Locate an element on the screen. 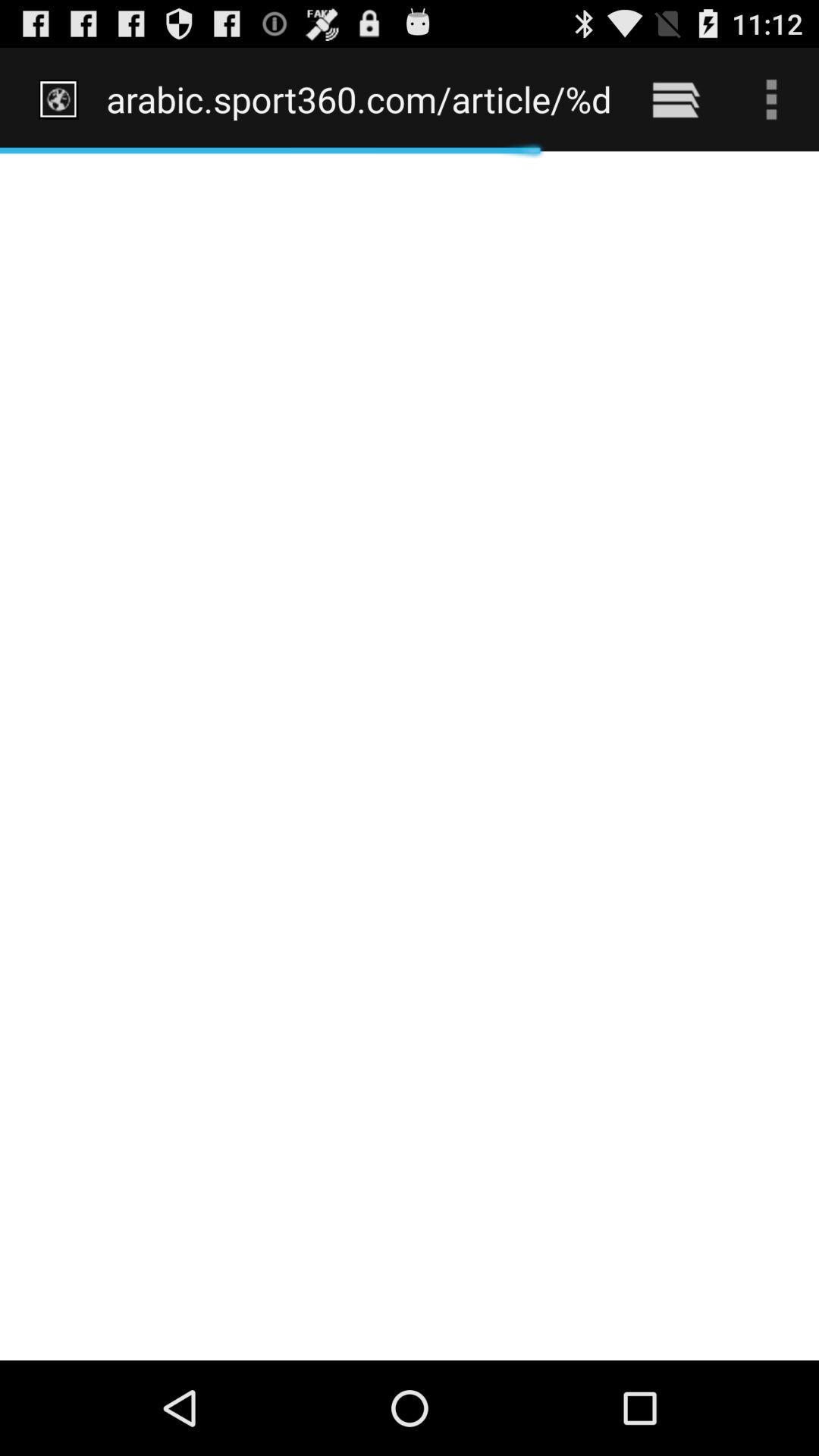 This screenshot has height=1456, width=819. item at the center is located at coordinates (409, 755).